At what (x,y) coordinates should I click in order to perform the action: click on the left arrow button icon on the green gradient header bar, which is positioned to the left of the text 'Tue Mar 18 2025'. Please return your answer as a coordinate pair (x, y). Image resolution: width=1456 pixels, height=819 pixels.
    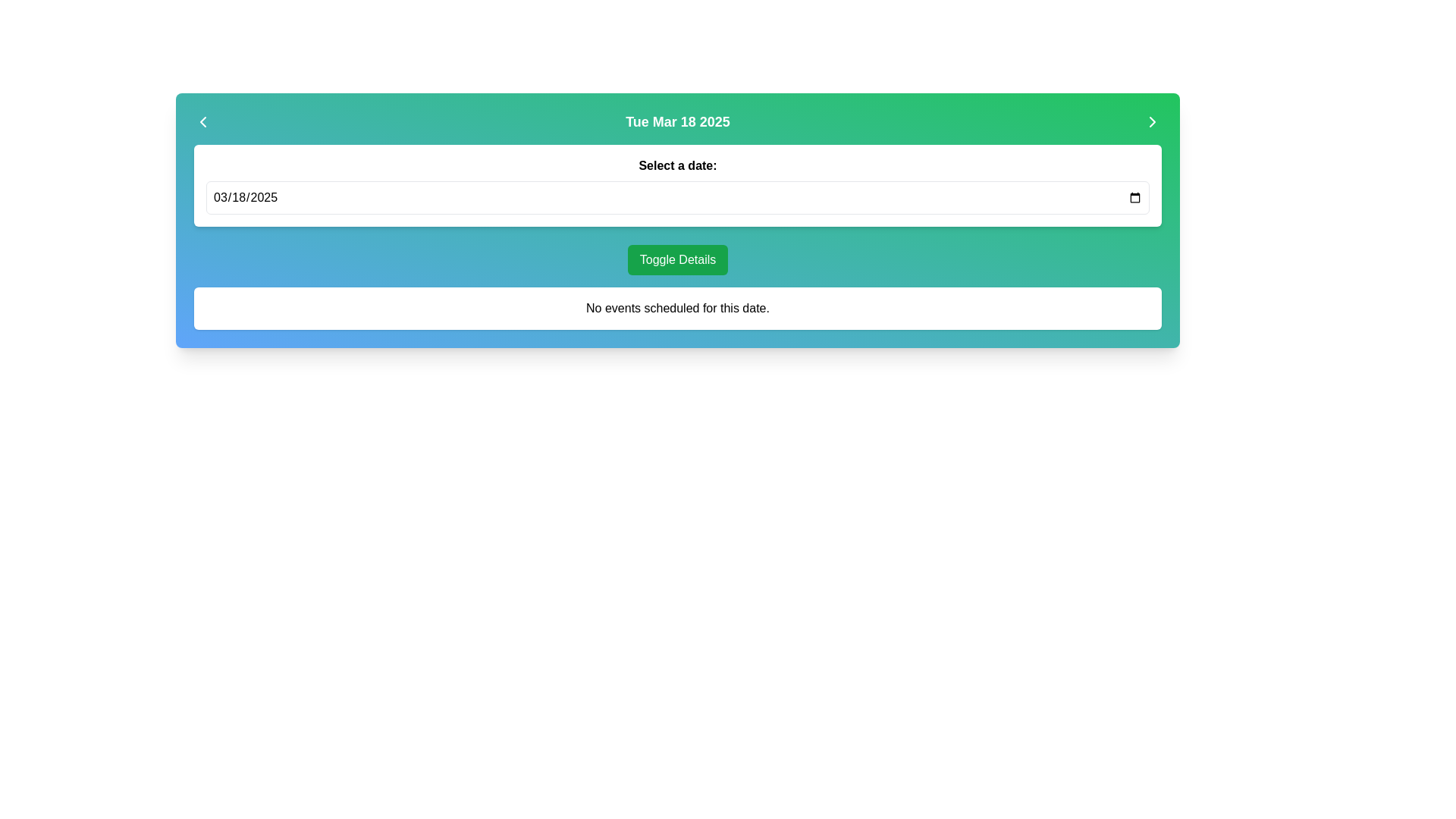
    Looking at the image, I should click on (202, 121).